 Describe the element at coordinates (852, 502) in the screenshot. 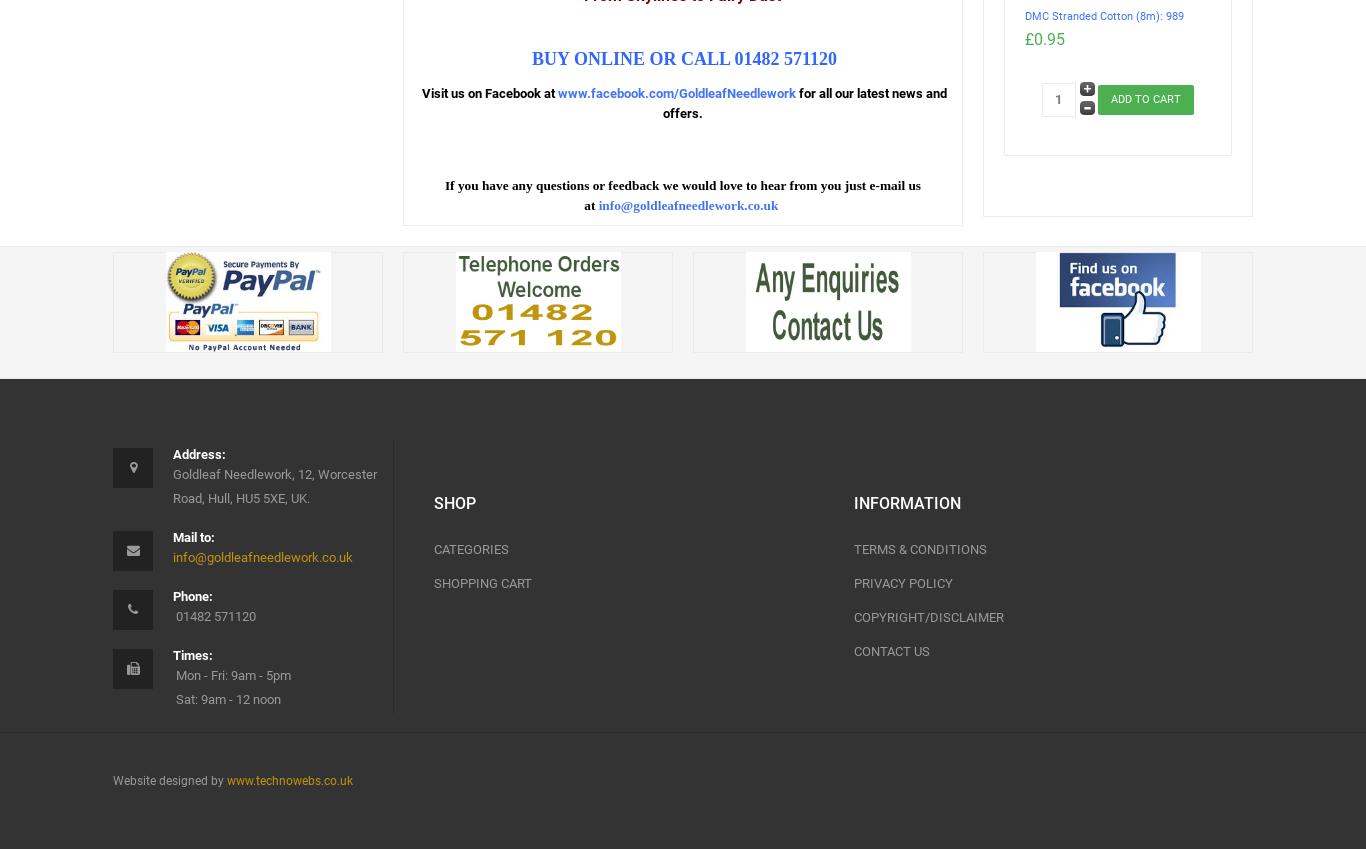

I see `'Information'` at that location.